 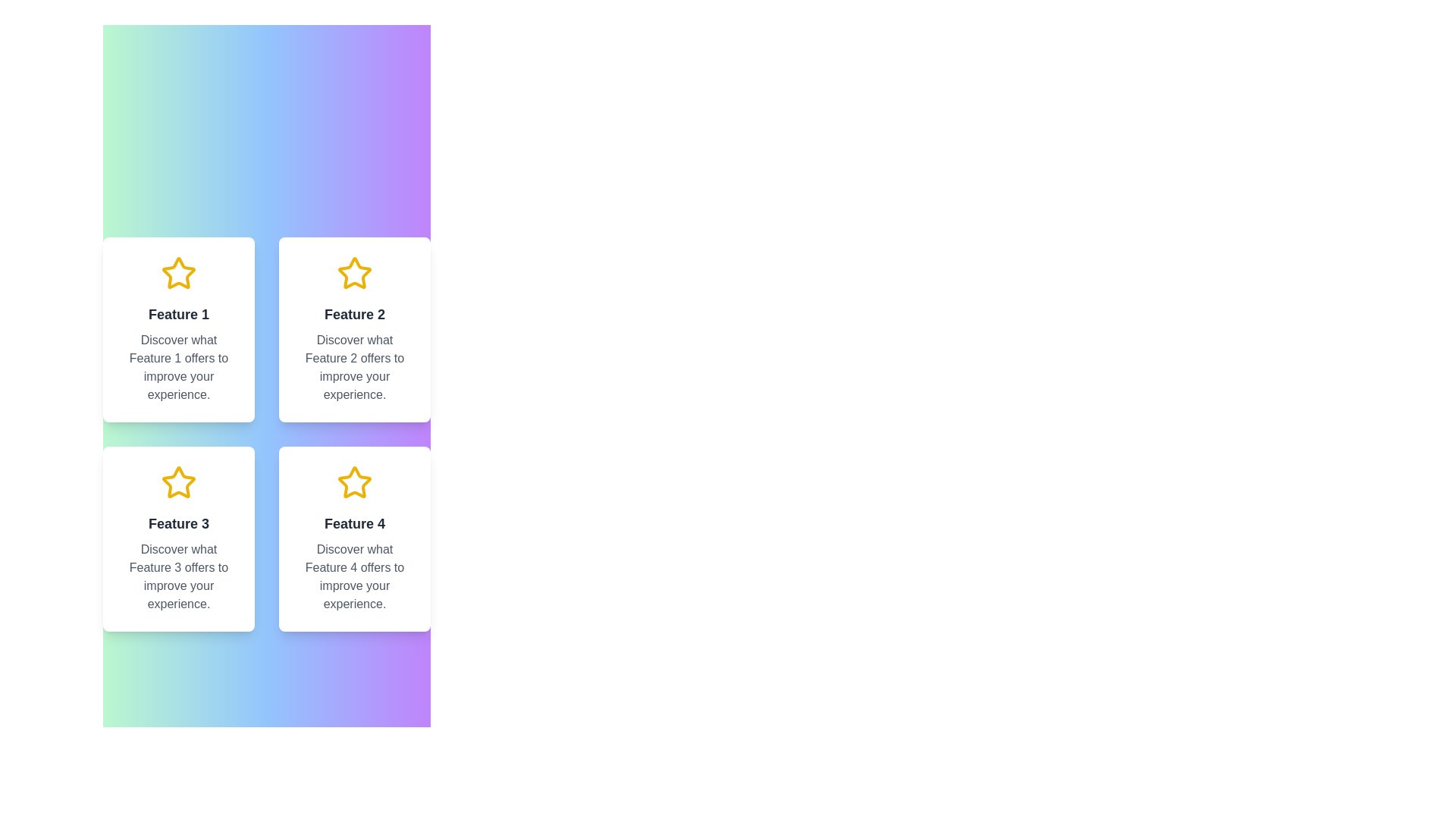 What do you see at coordinates (178, 273) in the screenshot?
I see `the yellow star icon with a hollow center located in the top-left corner of the 'Feature 1' card, which is part of a 2x2 grid layout` at bounding box center [178, 273].